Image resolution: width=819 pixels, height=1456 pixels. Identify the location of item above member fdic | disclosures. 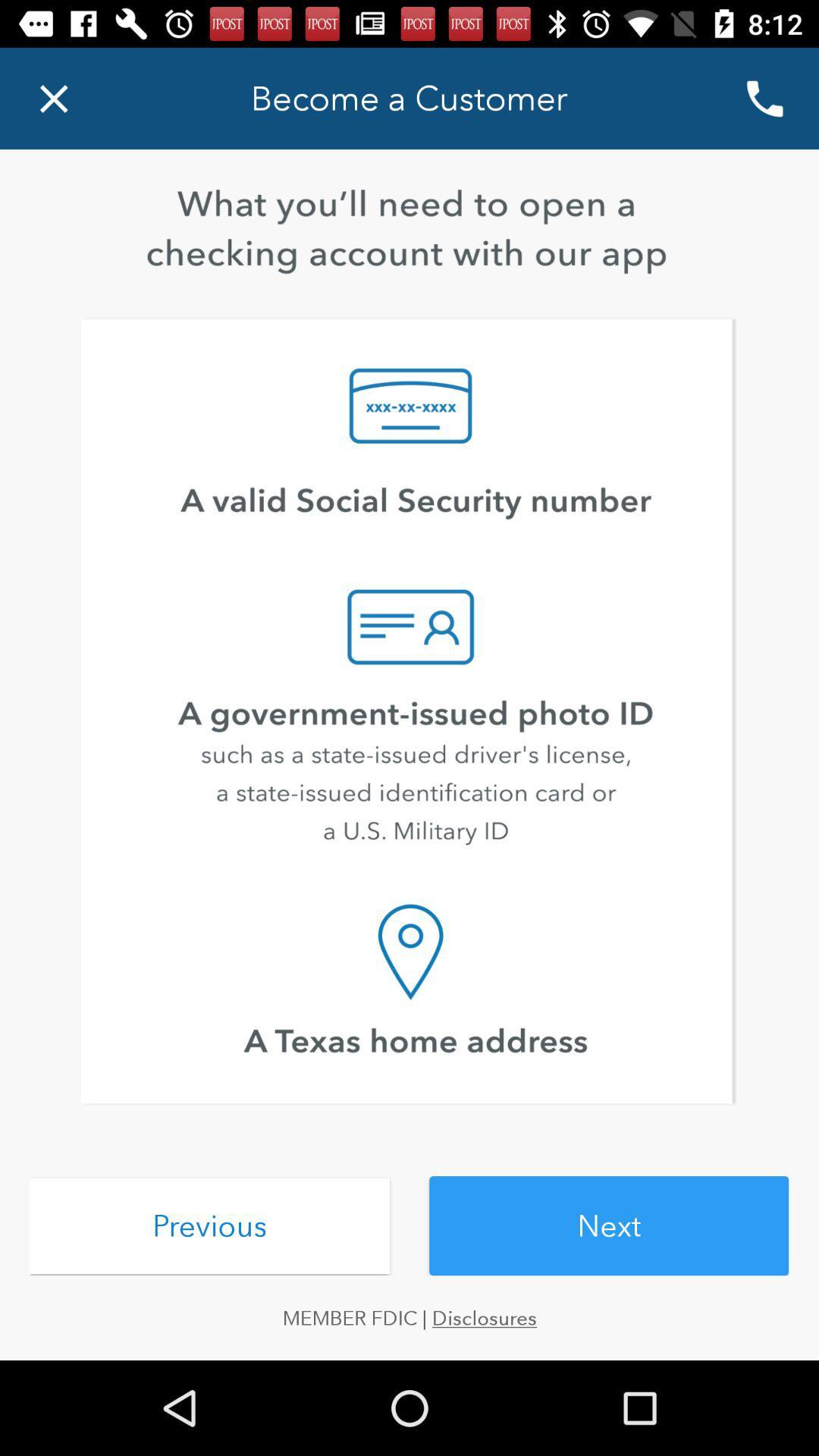
(608, 1225).